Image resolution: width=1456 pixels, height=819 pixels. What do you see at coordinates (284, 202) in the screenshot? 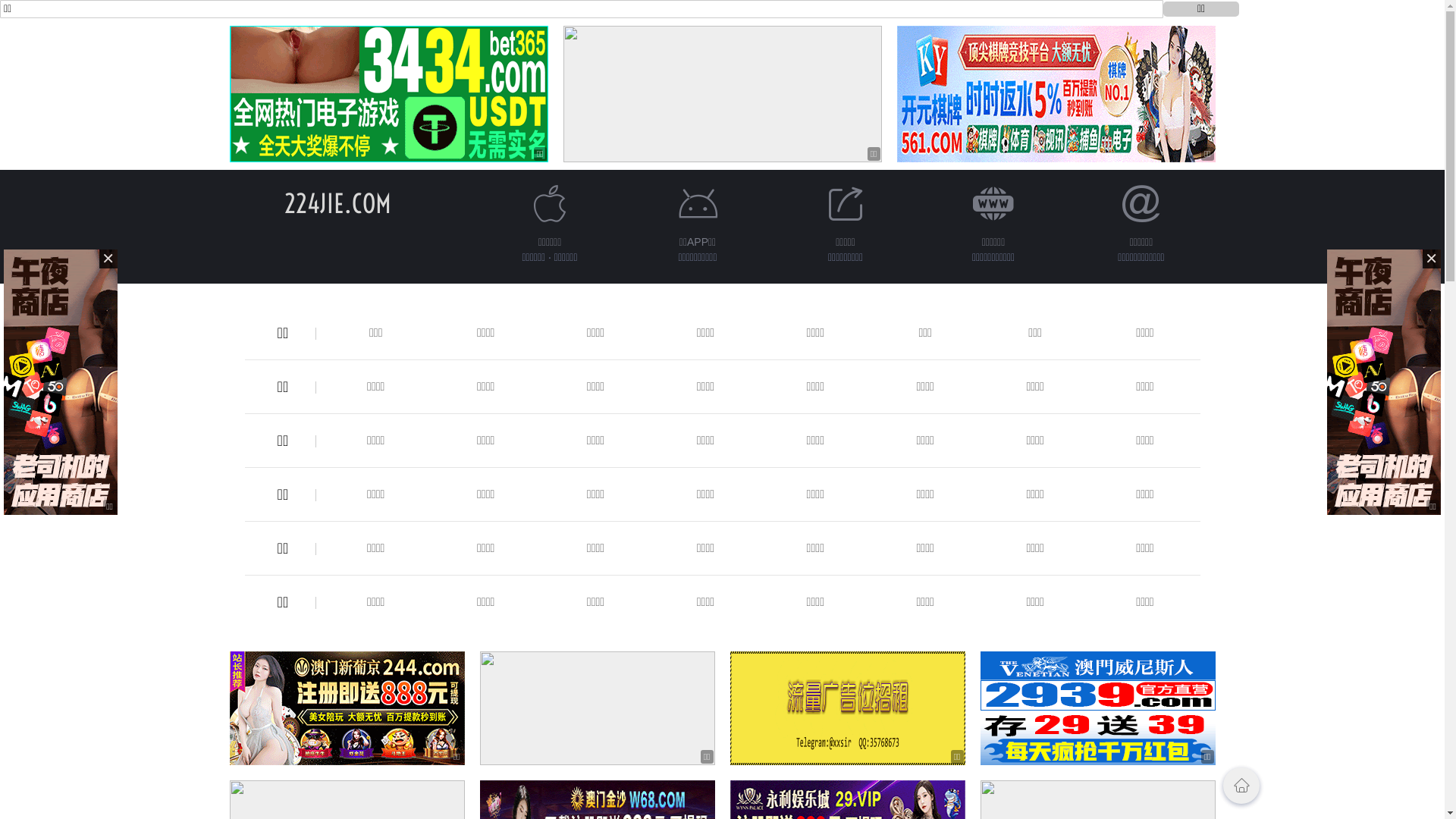
I see `'224JIE.COM'` at bounding box center [284, 202].